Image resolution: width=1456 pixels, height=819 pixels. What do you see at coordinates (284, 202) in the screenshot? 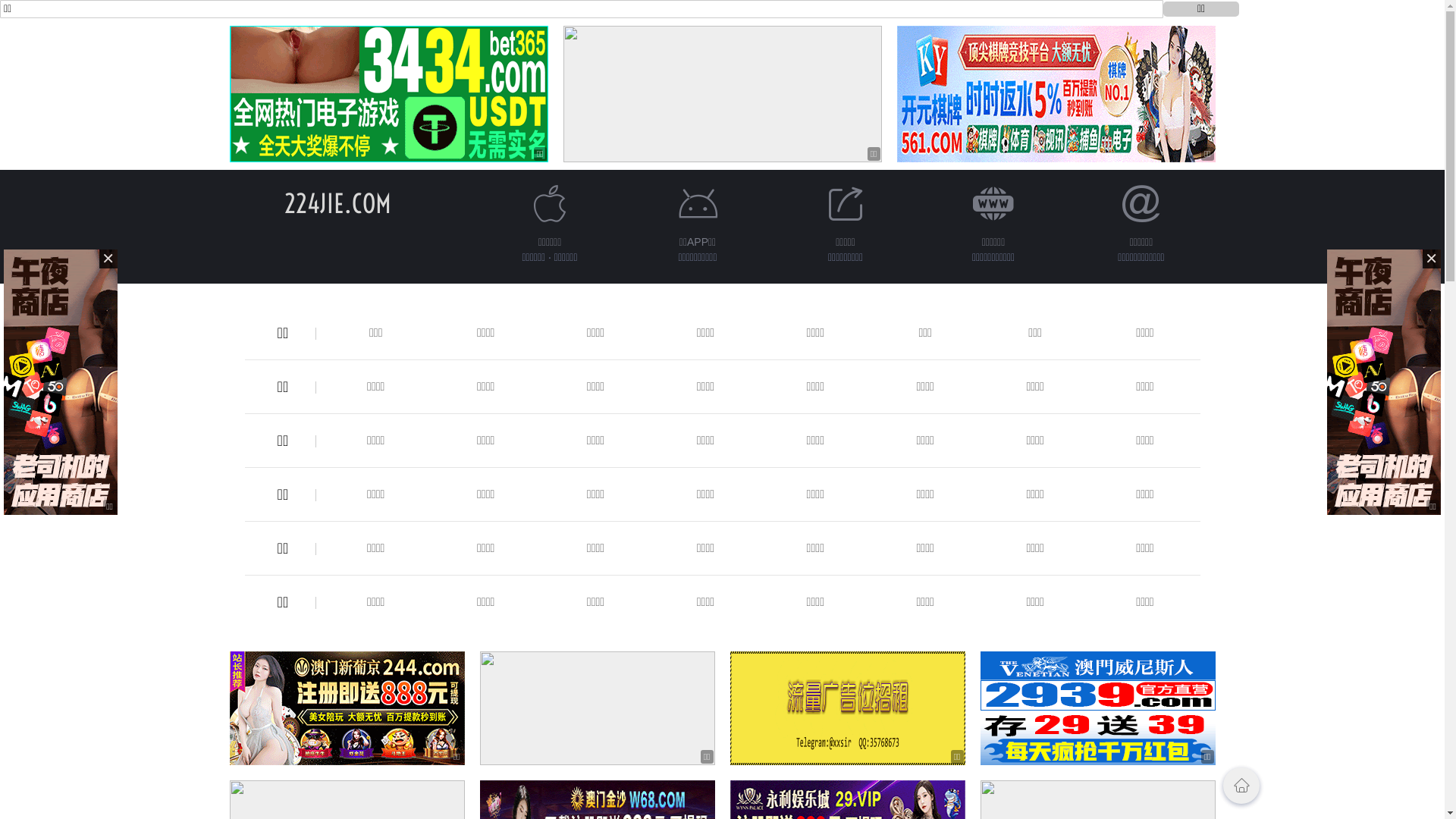
I see `'224JIE.COM'` at bounding box center [284, 202].